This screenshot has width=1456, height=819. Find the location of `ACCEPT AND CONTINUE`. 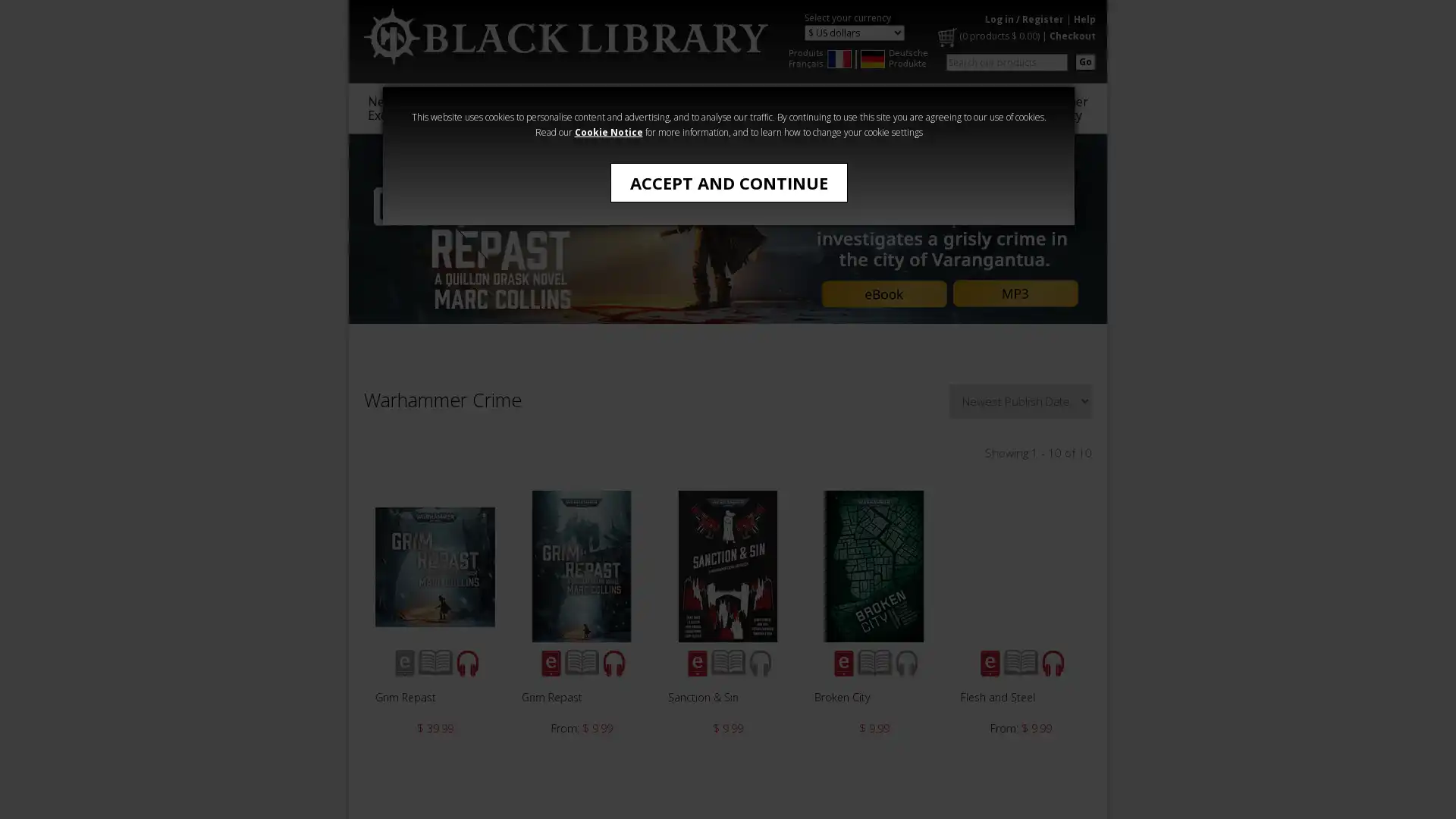

ACCEPT AND CONTINUE is located at coordinates (728, 181).